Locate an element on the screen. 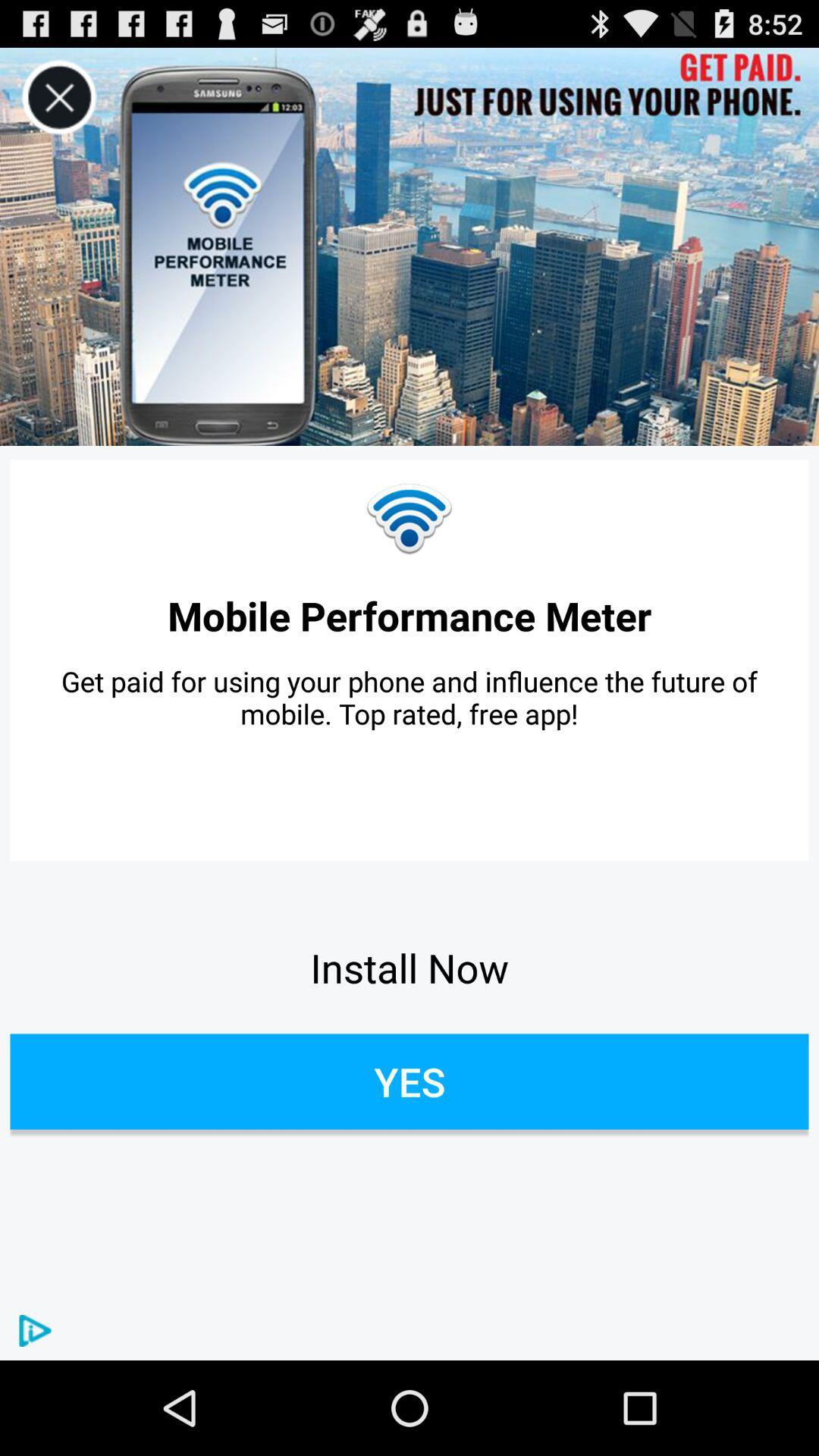  the app below install now is located at coordinates (409, 1081).